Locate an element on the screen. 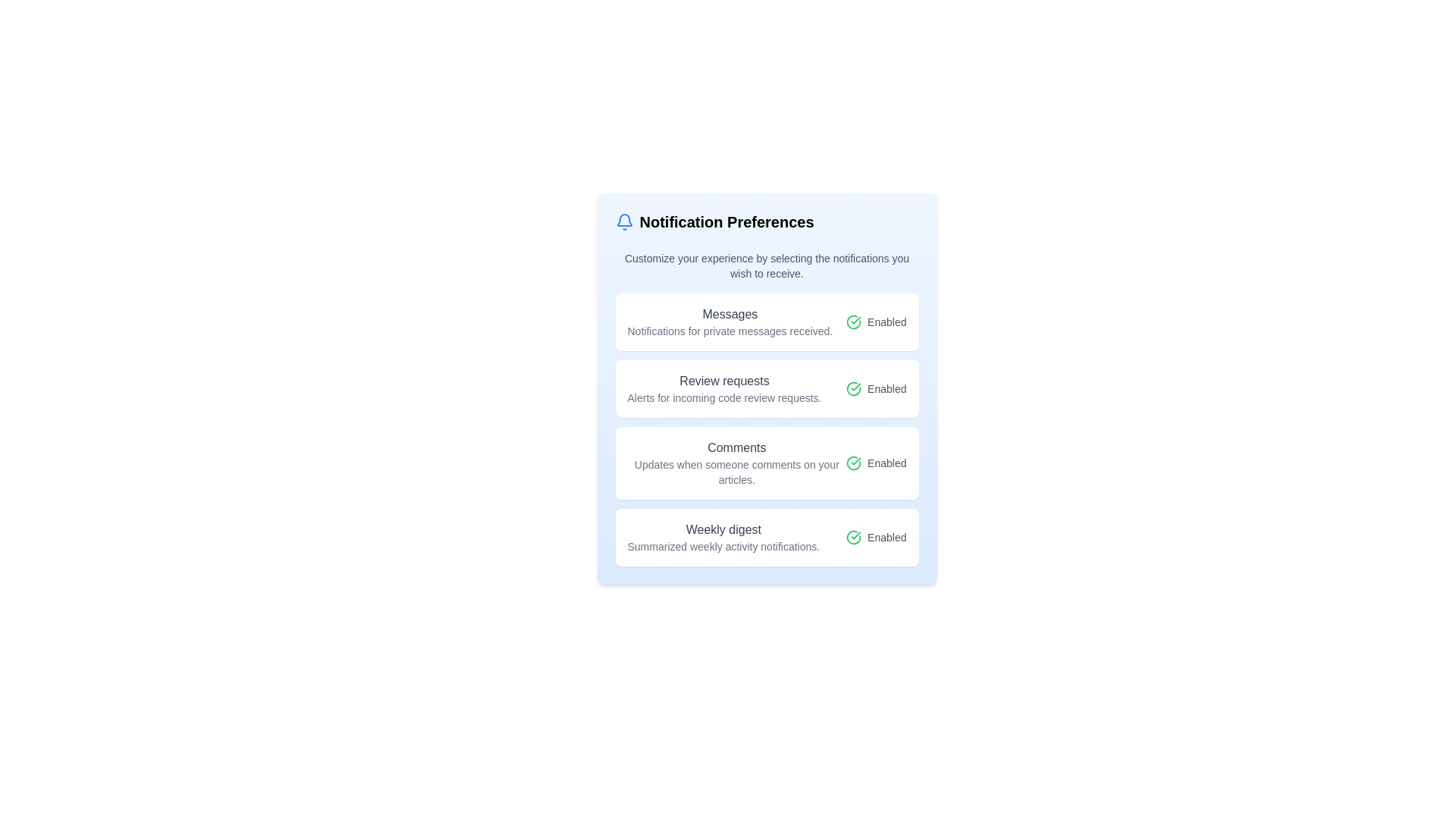 The width and height of the screenshot is (1456, 819). the circular icon with a checkmark inside, styled with a green stroke color, located to the left of the 'Enabled' label in the notification preference list is located at coordinates (854, 321).